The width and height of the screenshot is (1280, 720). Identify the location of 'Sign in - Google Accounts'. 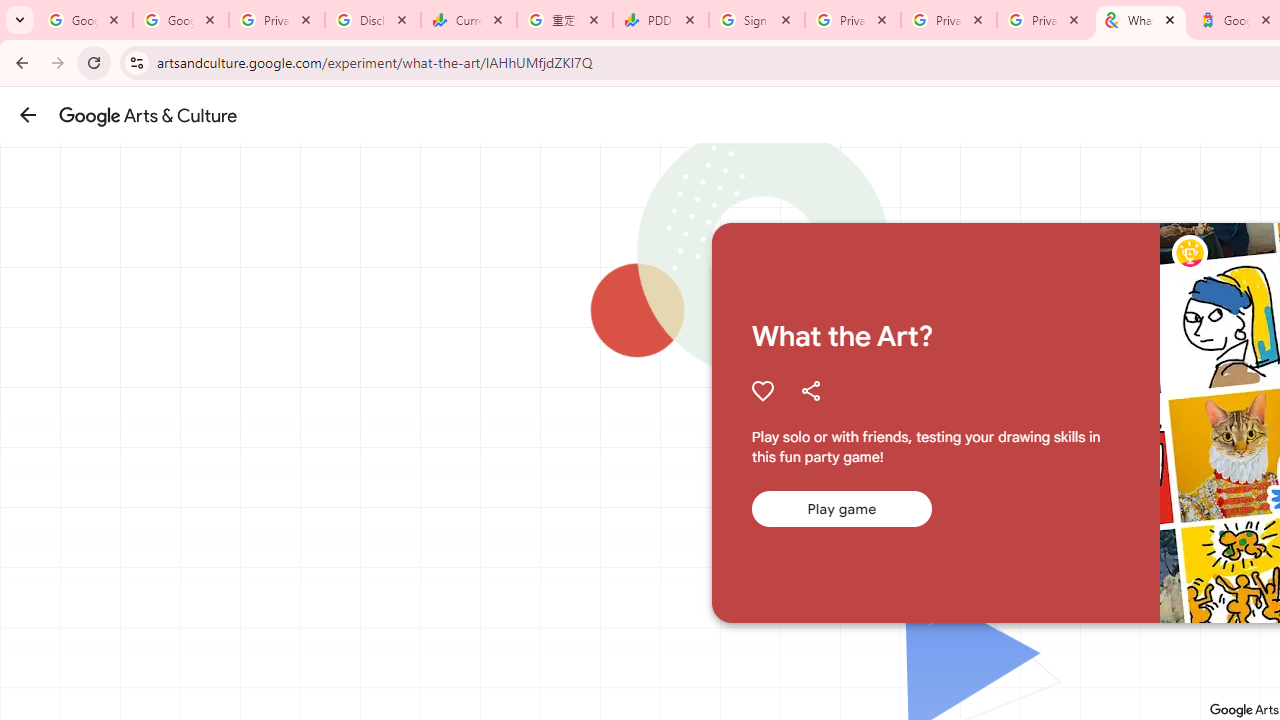
(756, 20).